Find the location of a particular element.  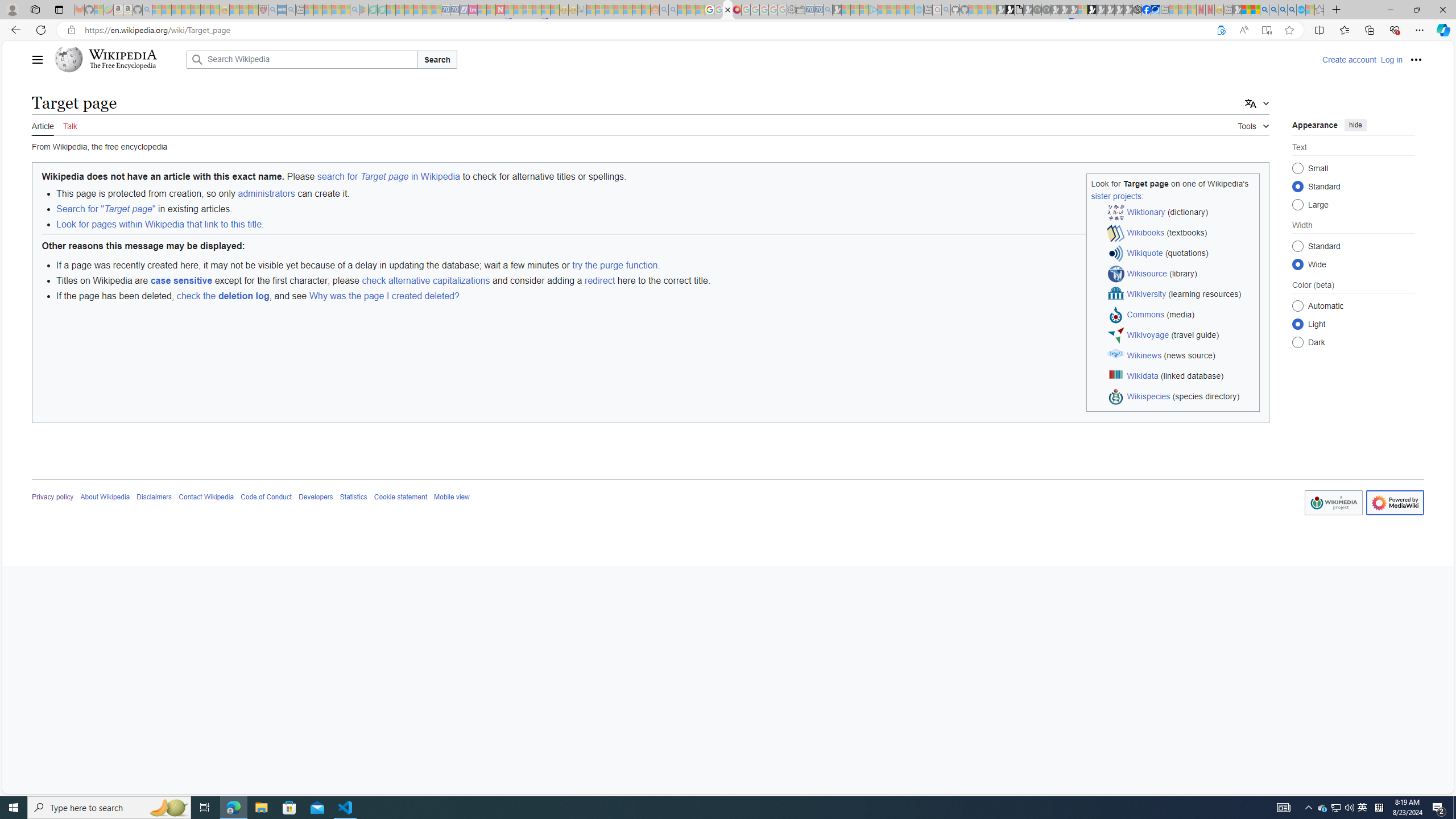

'Contact Wikipedia' is located at coordinates (206, 497).